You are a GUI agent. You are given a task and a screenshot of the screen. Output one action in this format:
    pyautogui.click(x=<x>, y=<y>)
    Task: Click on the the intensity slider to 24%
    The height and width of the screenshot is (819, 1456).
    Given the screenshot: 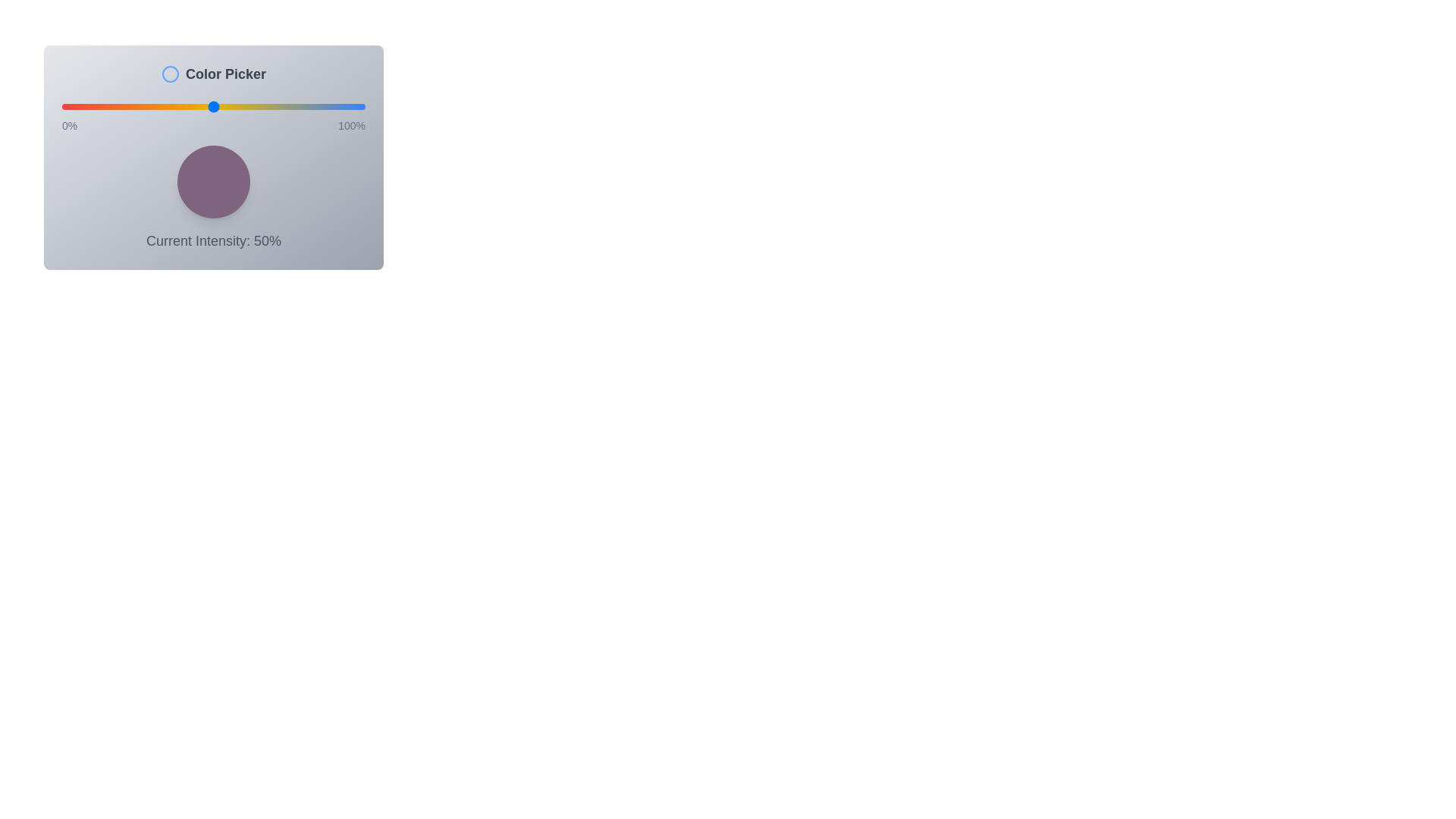 What is the action you would take?
    pyautogui.click(x=134, y=106)
    